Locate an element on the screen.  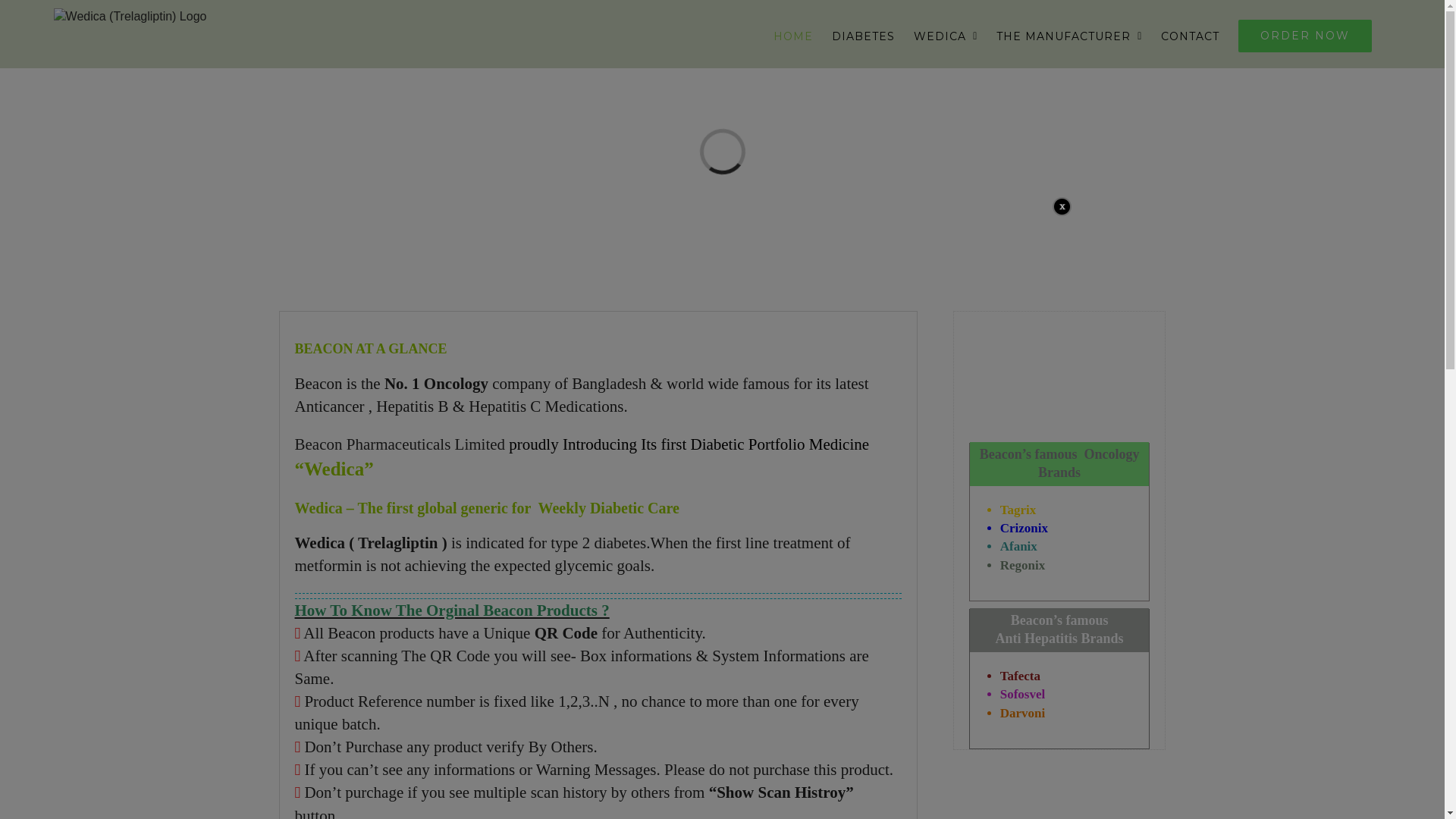
'Regonix' is located at coordinates (1022, 565).